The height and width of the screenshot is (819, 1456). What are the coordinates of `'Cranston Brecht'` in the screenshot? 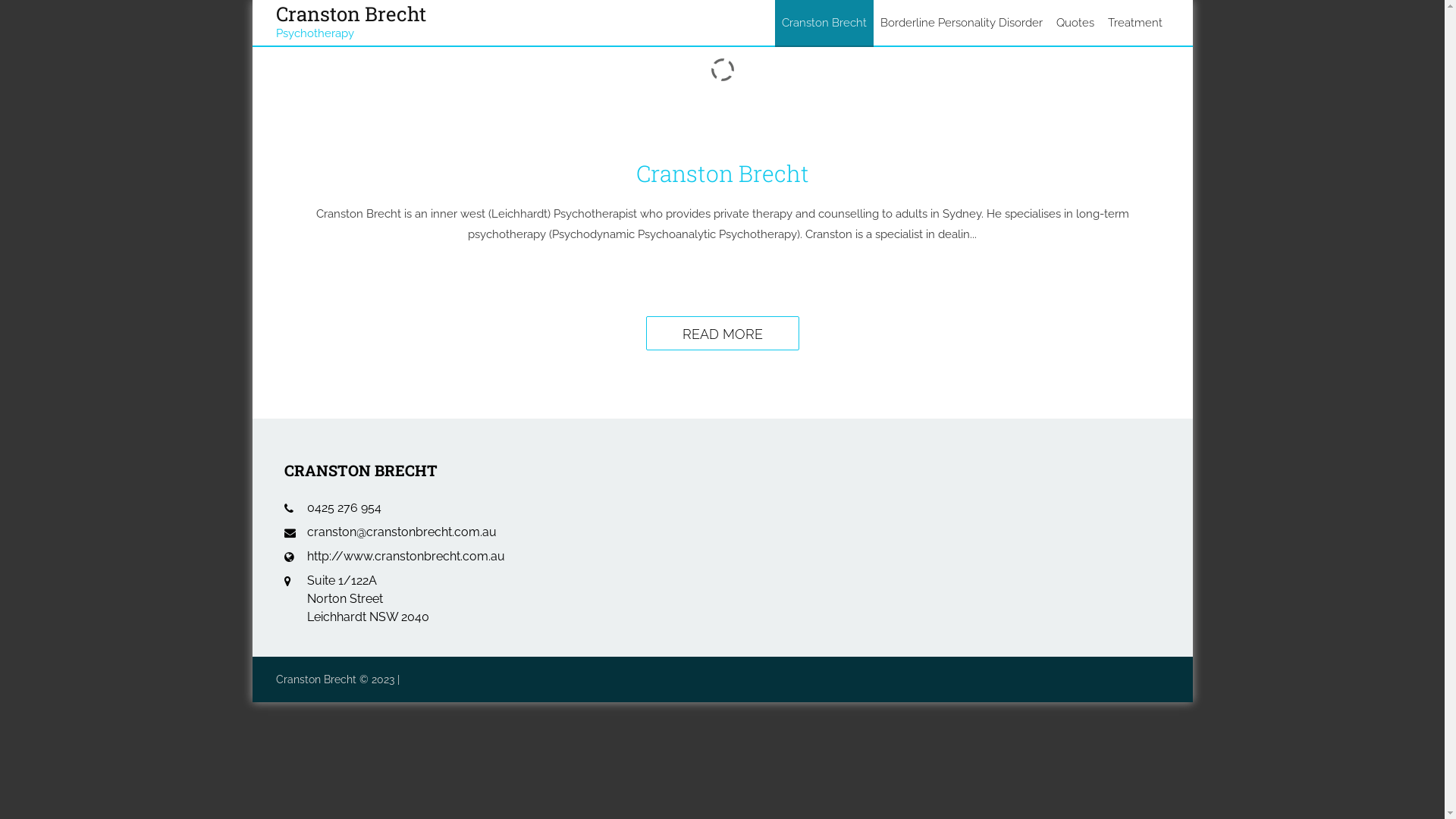 It's located at (775, 23).